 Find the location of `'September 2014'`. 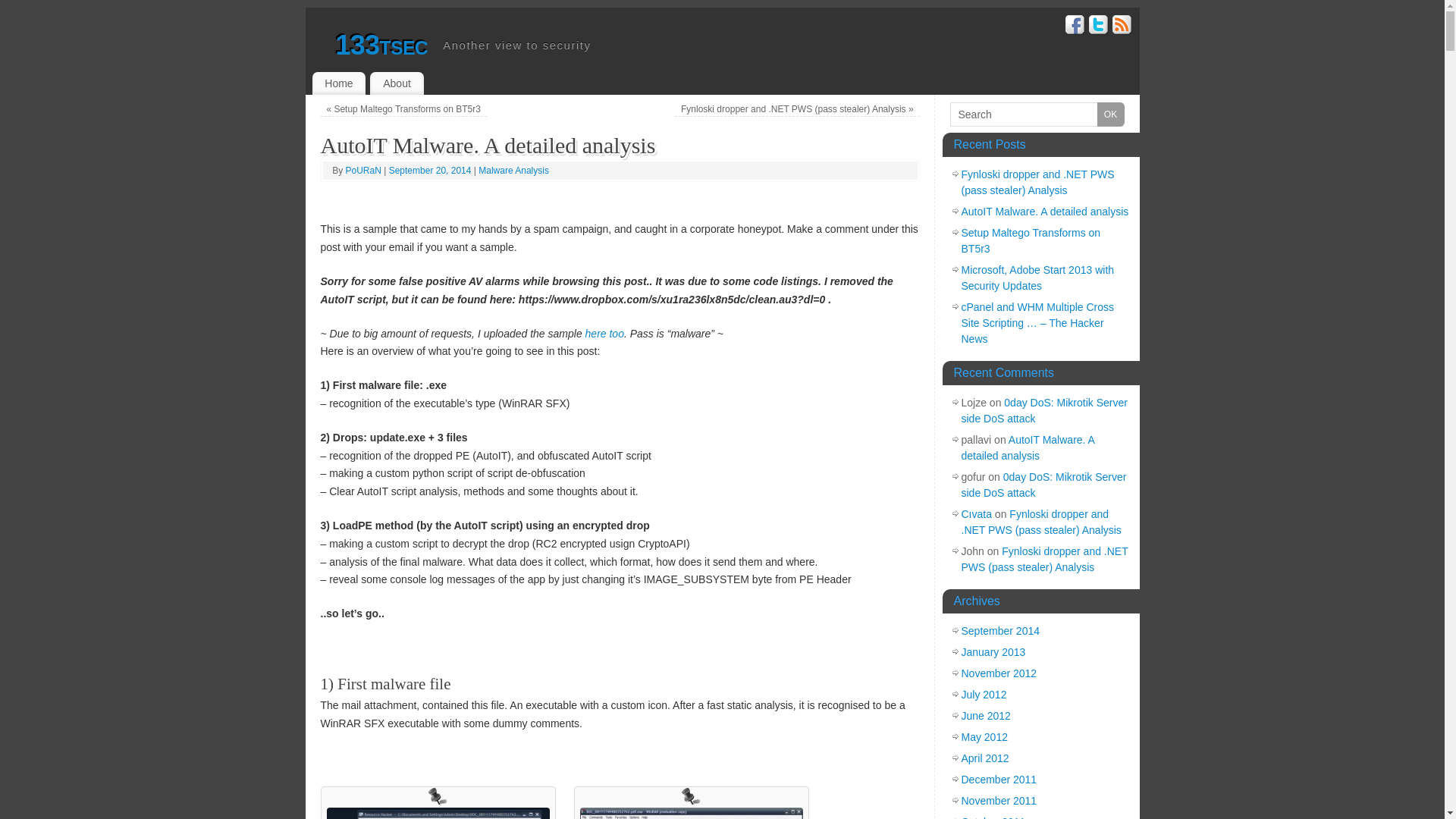

'September 2014' is located at coordinates (1001, 631).